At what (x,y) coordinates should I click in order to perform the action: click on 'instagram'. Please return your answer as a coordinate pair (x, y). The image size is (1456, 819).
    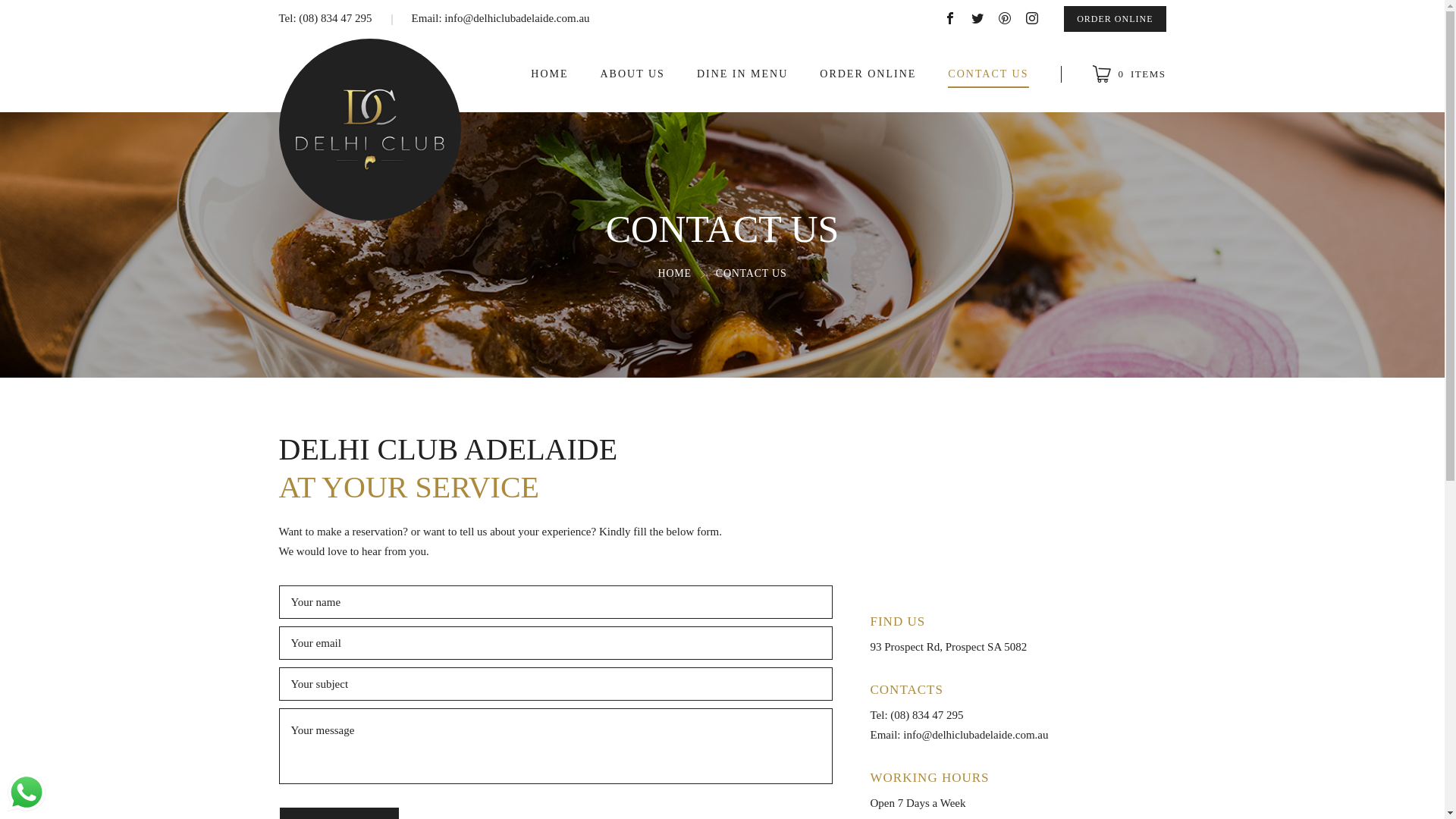
    Looking at the image, I should click on (1031, 17).